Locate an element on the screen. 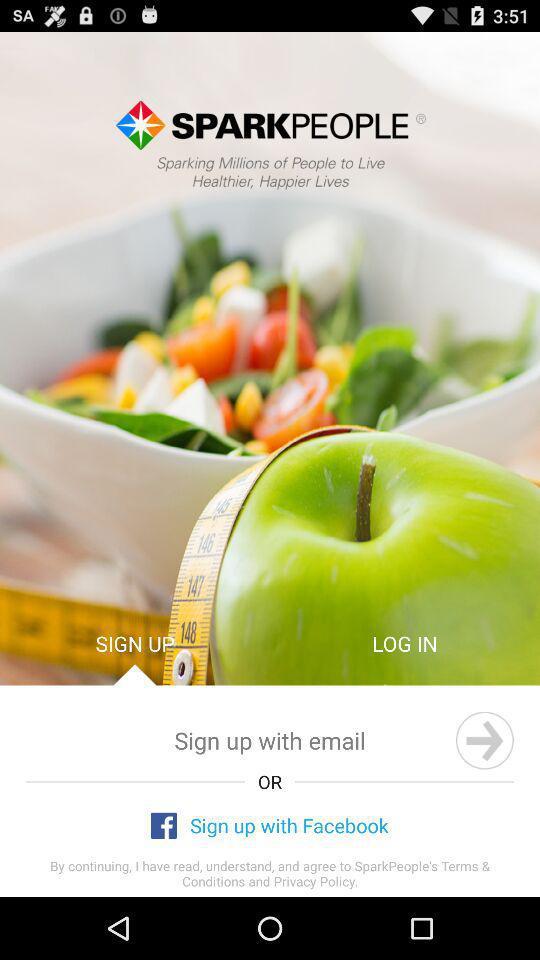  the arrow_forward icon is located at coordinates (483, 792).